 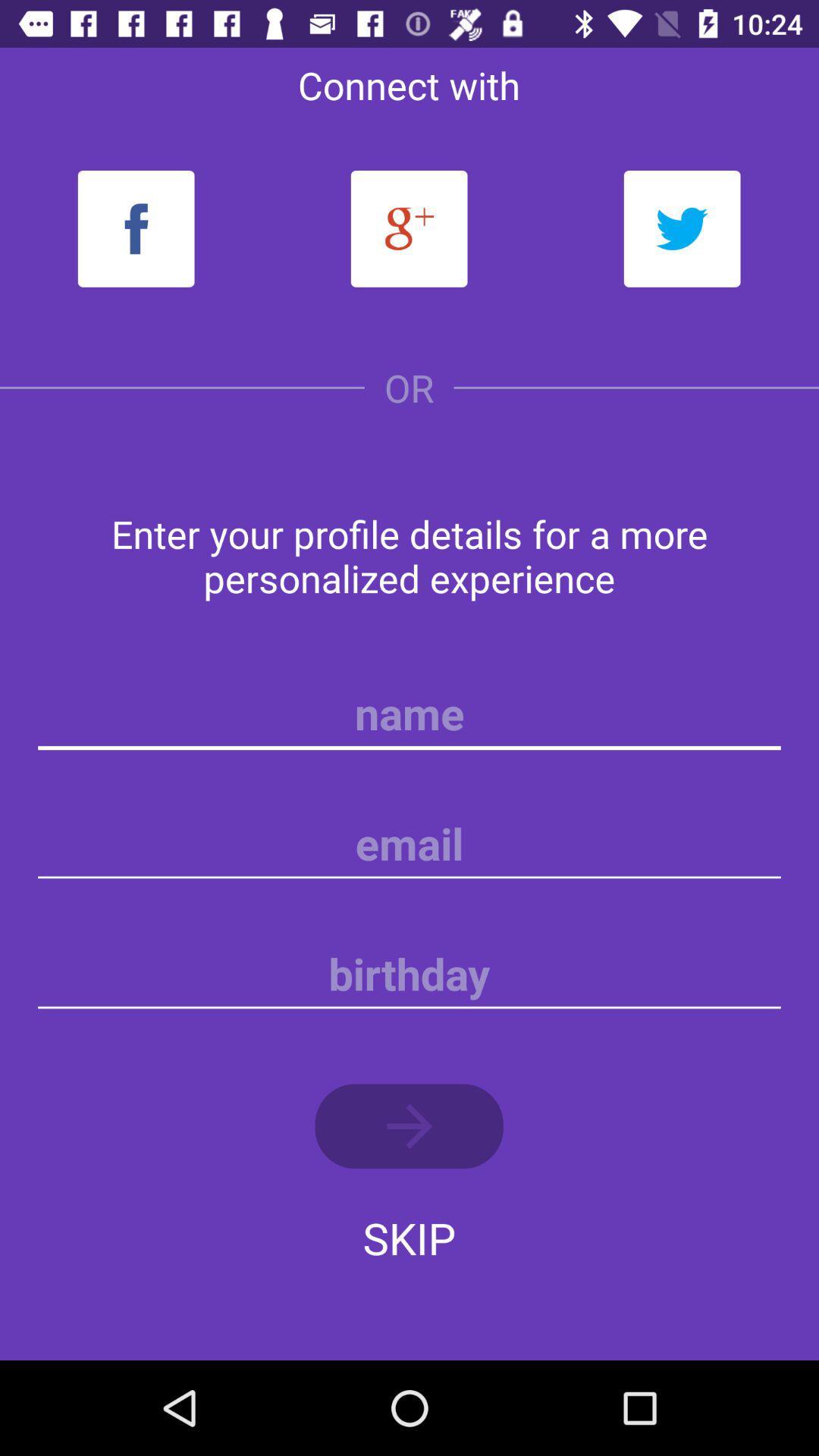 I want to click on email entry field, so click(x=409, y=843).